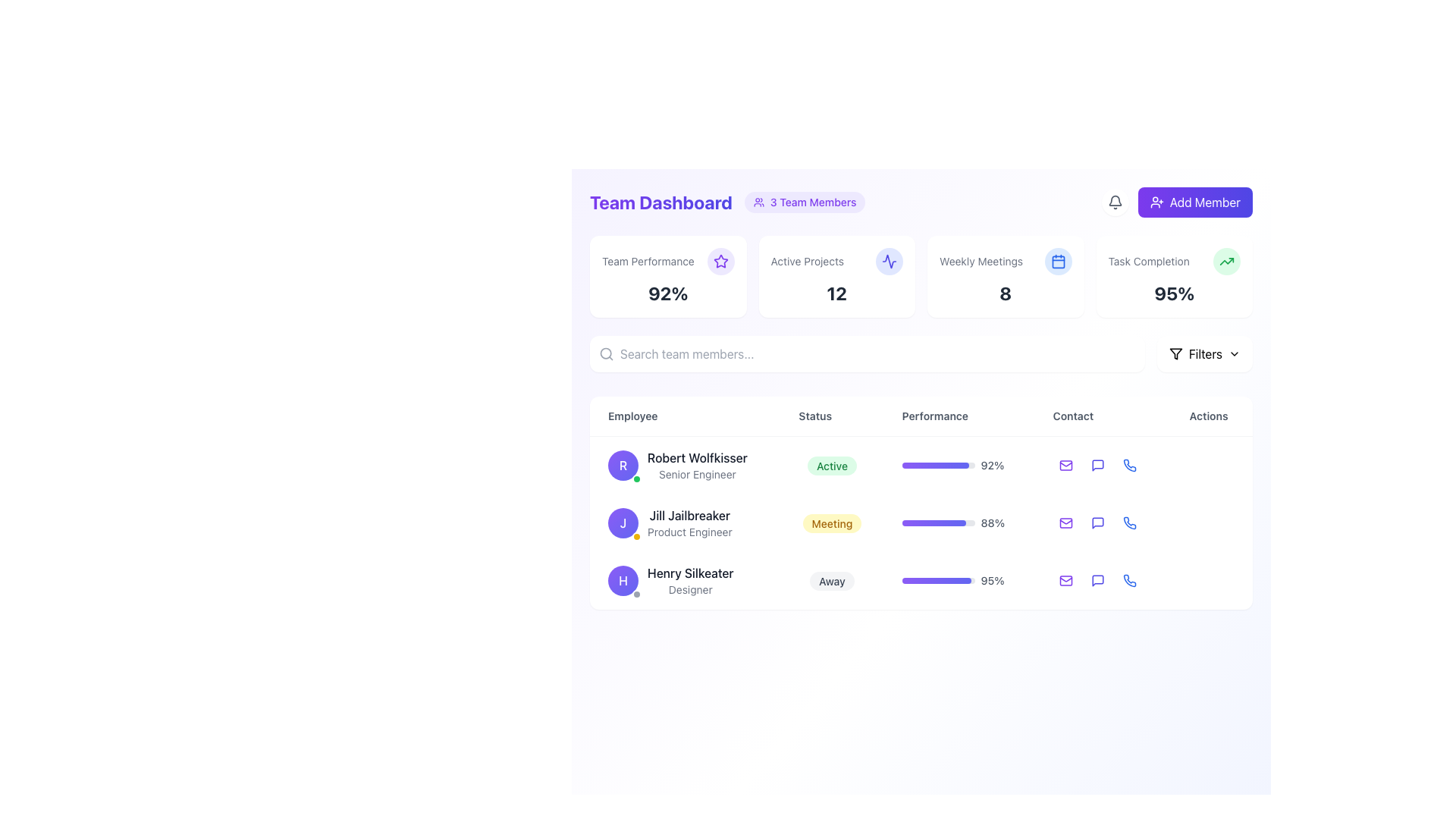  What do you see at coordinates (1097, 464) in the screenshot?
I see `the messaging icon located in the 'Contact' column next to the user 'Robert Wolfkisser'` at bounding box center [1097, 464].